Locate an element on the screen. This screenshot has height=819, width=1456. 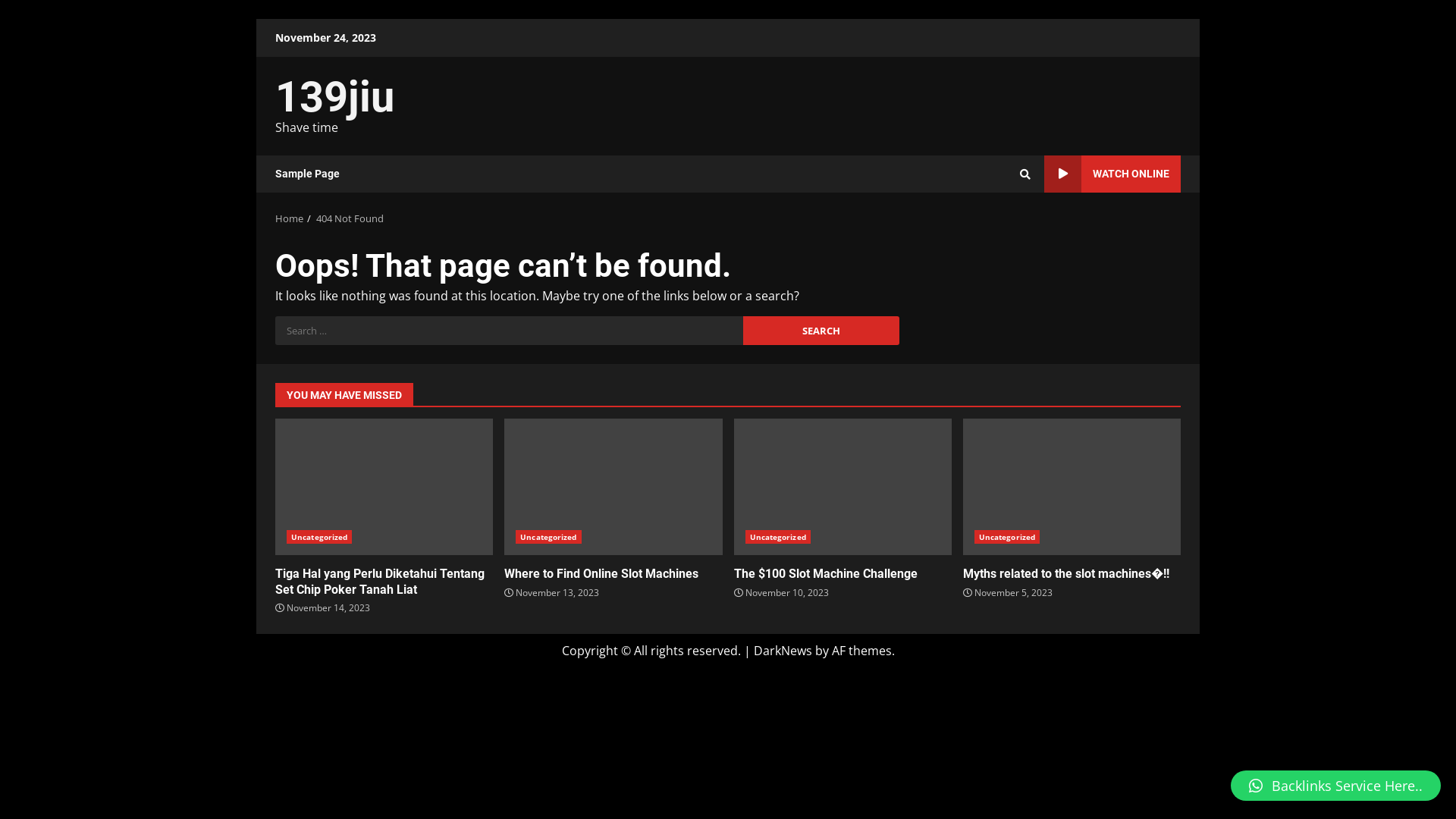
'Home' is located at coordinates (289, 218).